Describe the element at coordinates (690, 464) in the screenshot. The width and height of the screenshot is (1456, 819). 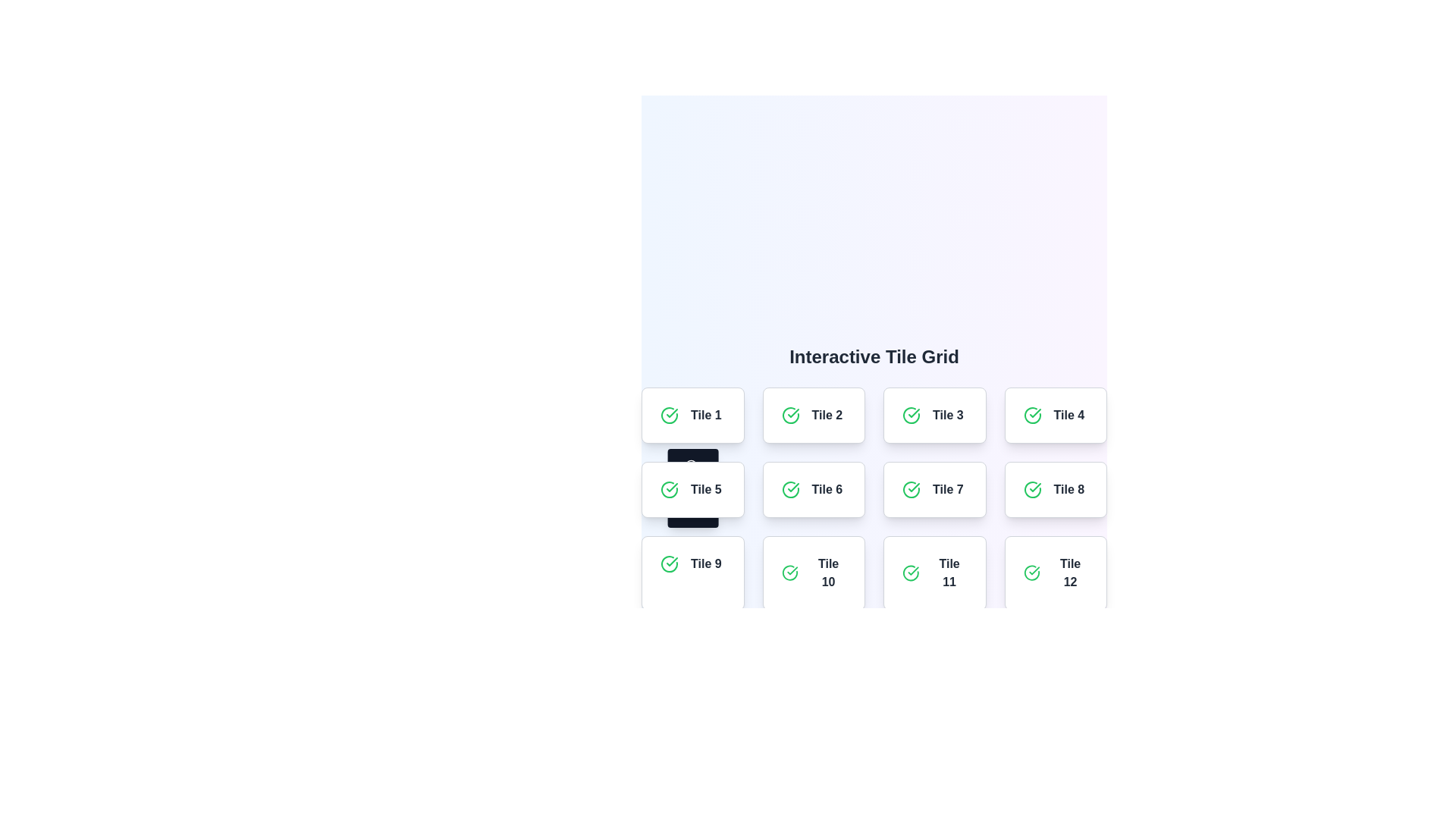
I see `the graphical representation by clicking on the SVG circle element located centrally within the 'Tile 5' component` at that location.